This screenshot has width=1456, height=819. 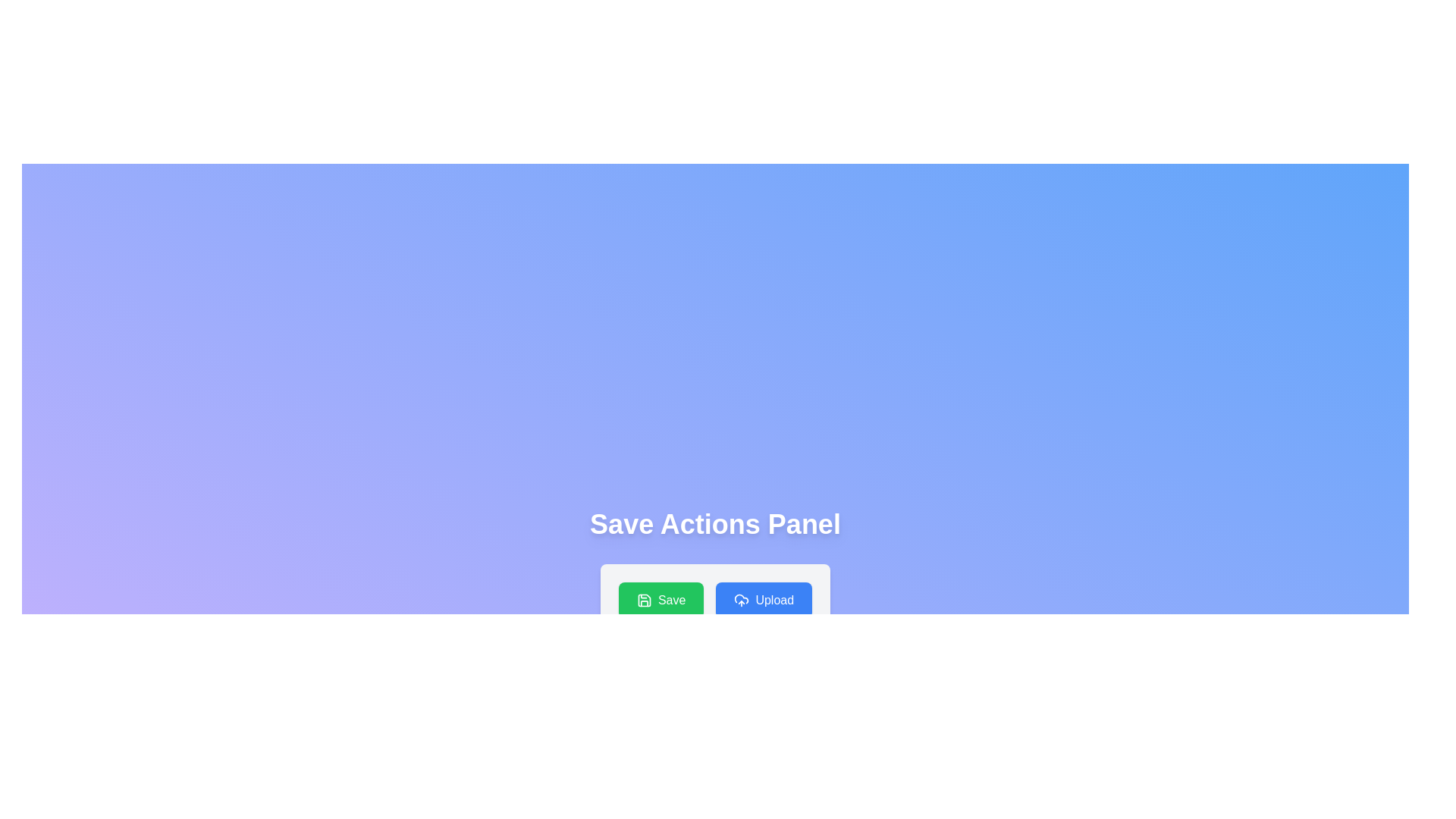 What do you see at coordinates (644, 599) in the screenshot?
I see `the floppy disk icon with a green background located inside the 'Save' button, positioned to the left of the 'Save' text` at bounding box center [644, 599].